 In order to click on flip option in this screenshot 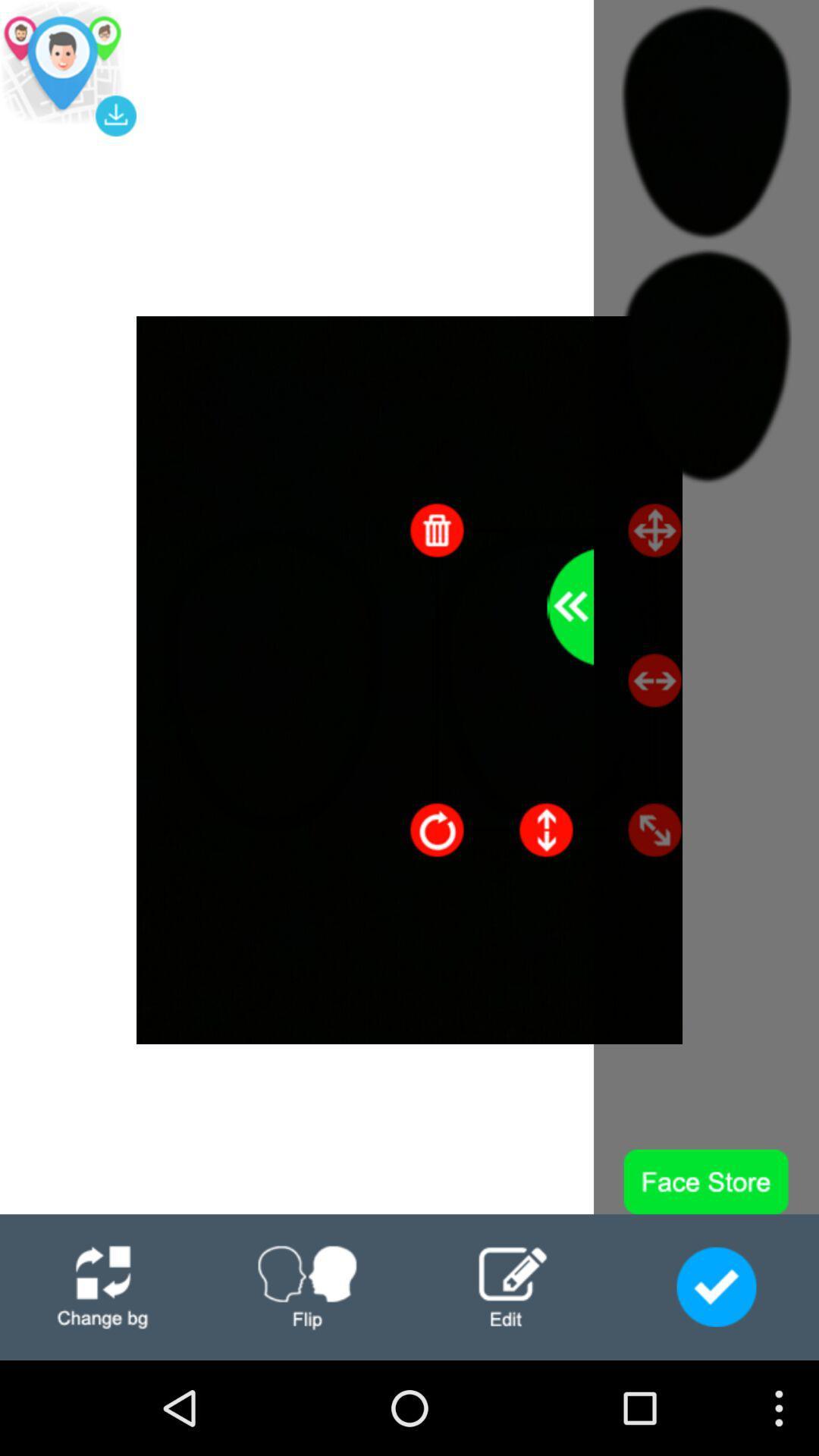, I will do `click(307, 1286)`.